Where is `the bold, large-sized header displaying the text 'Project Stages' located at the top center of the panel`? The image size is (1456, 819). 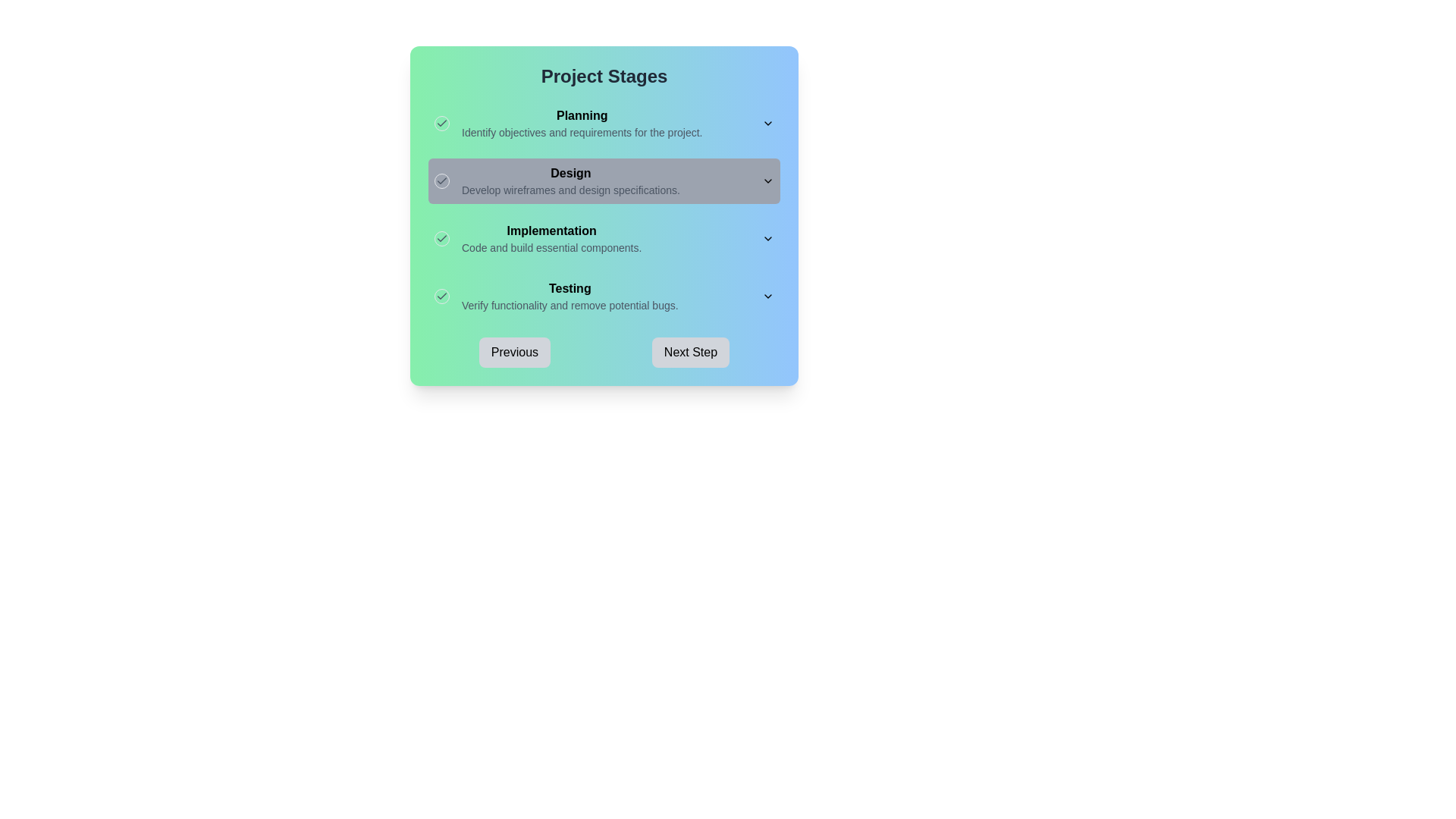
the bold, large-sized header displaying the text 'Project Stages' located at the top center of the panel is located at coordinates (603, 76).